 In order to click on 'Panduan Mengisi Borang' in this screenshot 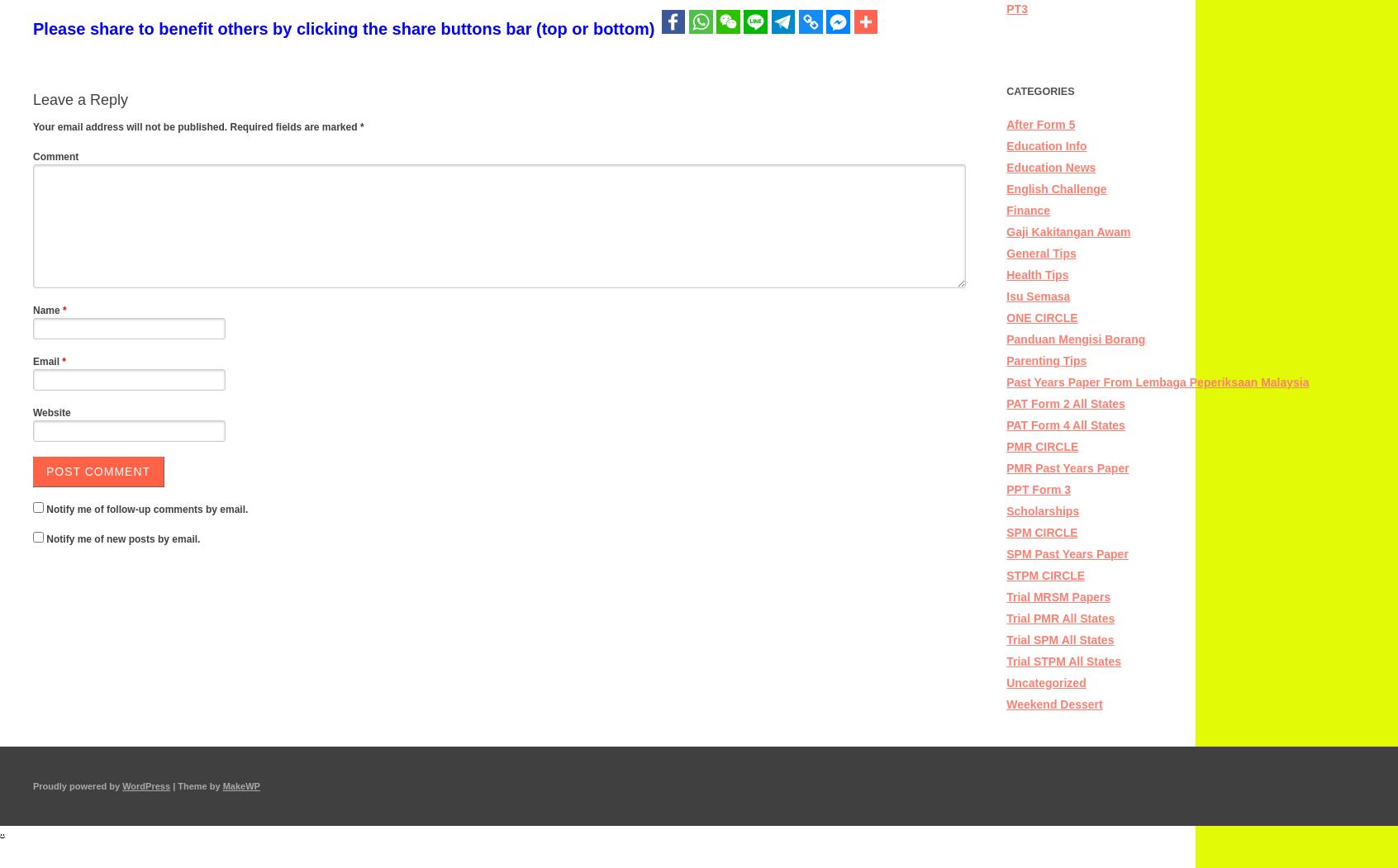, I will do `click(1074, 338)`.